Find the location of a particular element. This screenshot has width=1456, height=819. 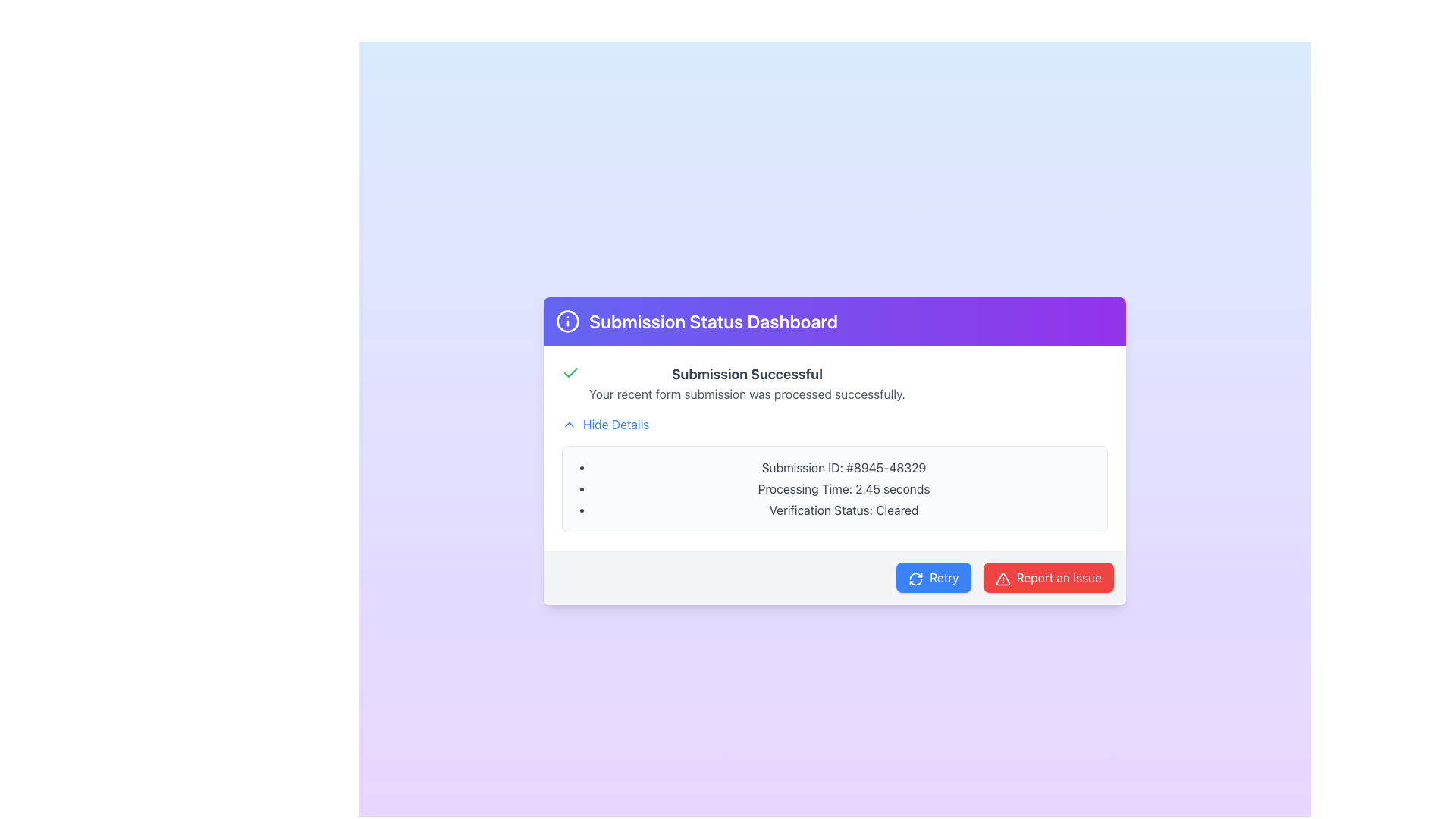

the prominent notification headline text label indicating successful submission processing, which is centrally located in the dashboard component is located at coordinates (747, 374).